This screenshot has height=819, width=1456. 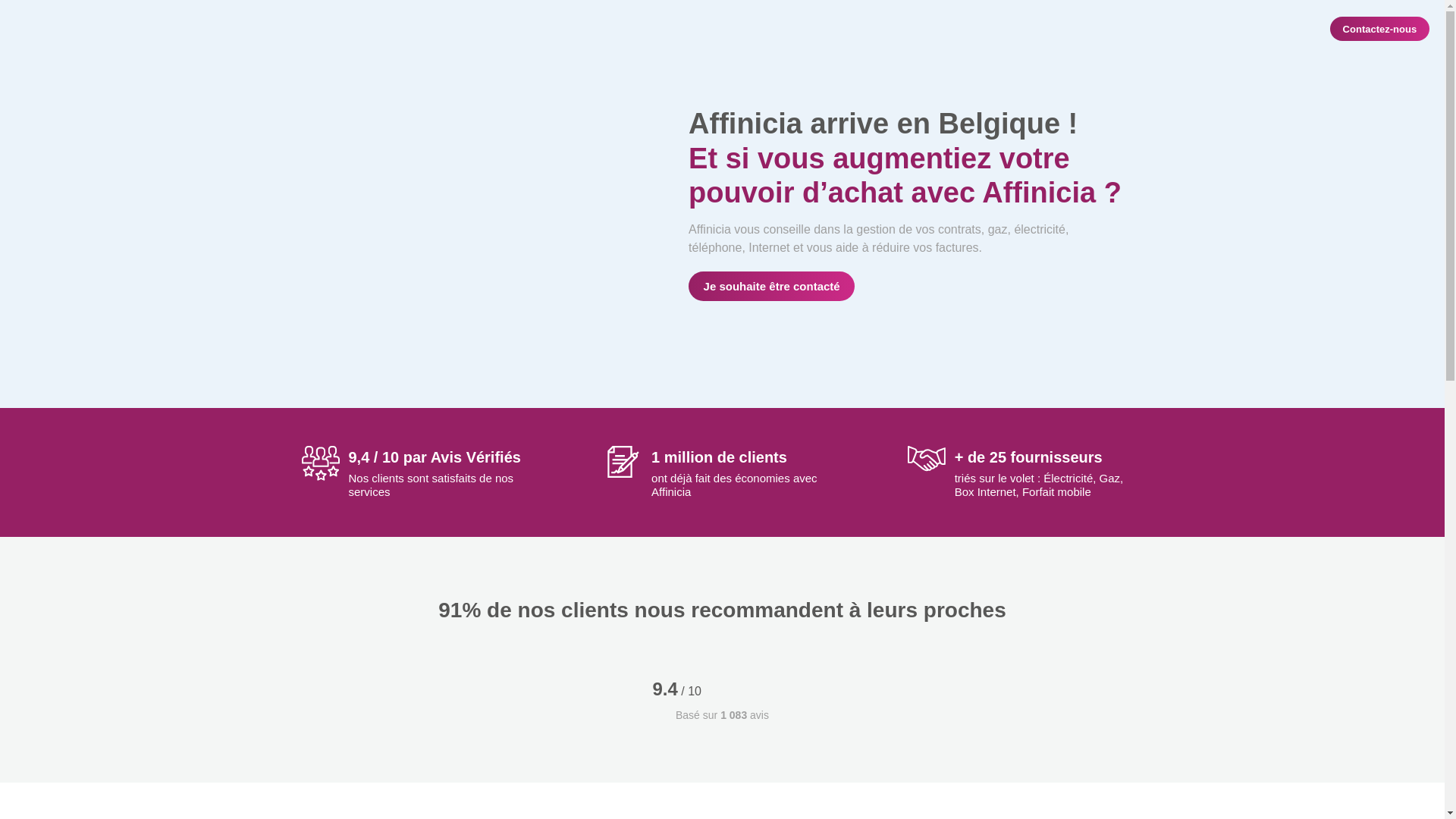 What do you see at coordinates (1379, 29) in the screenshot?
I see `'Contactez-nous'` at bounding box center [1379, 29].